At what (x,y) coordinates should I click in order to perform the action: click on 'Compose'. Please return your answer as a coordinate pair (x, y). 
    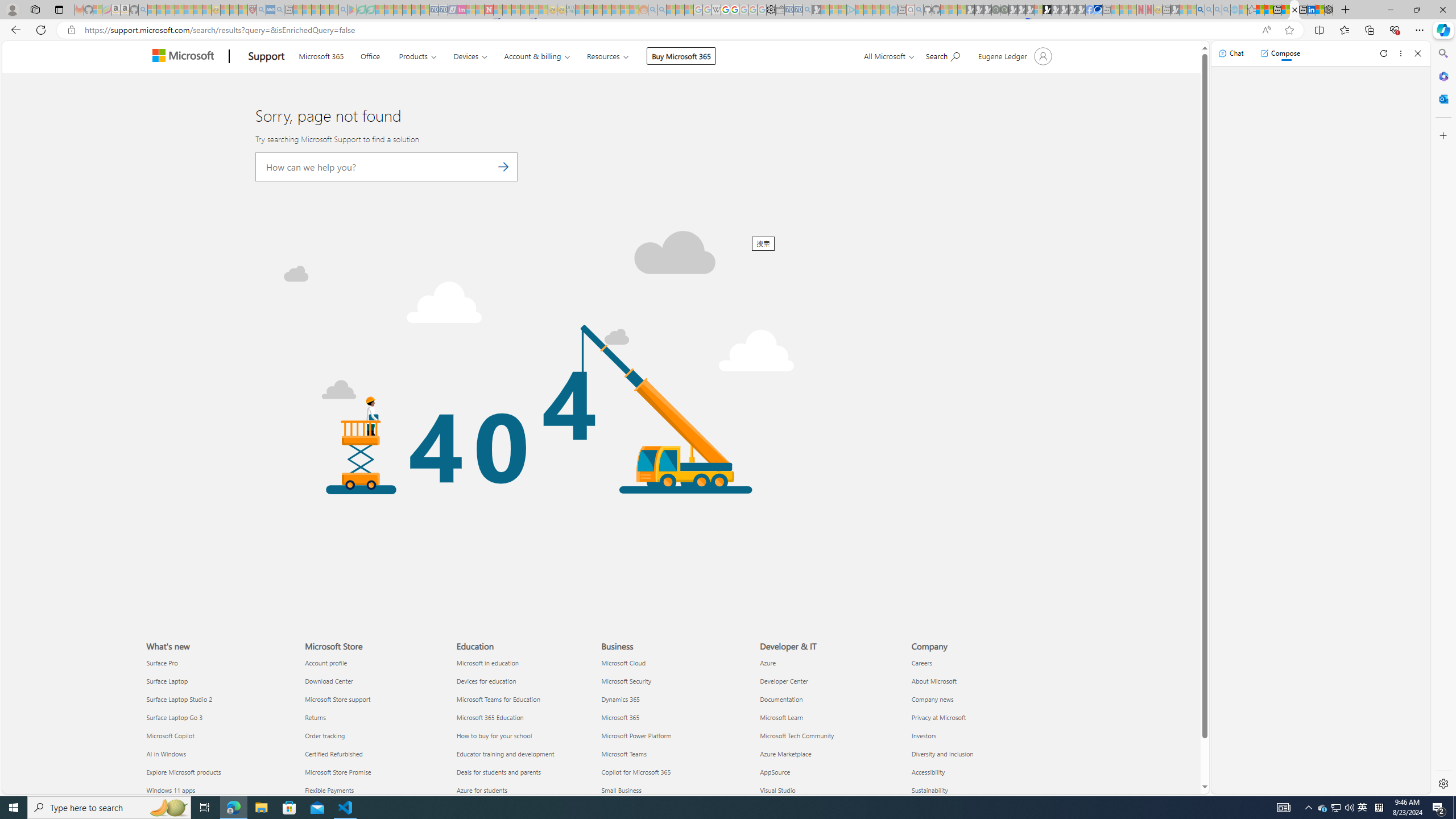
    Looking at the image, I should click on (1280, 52).